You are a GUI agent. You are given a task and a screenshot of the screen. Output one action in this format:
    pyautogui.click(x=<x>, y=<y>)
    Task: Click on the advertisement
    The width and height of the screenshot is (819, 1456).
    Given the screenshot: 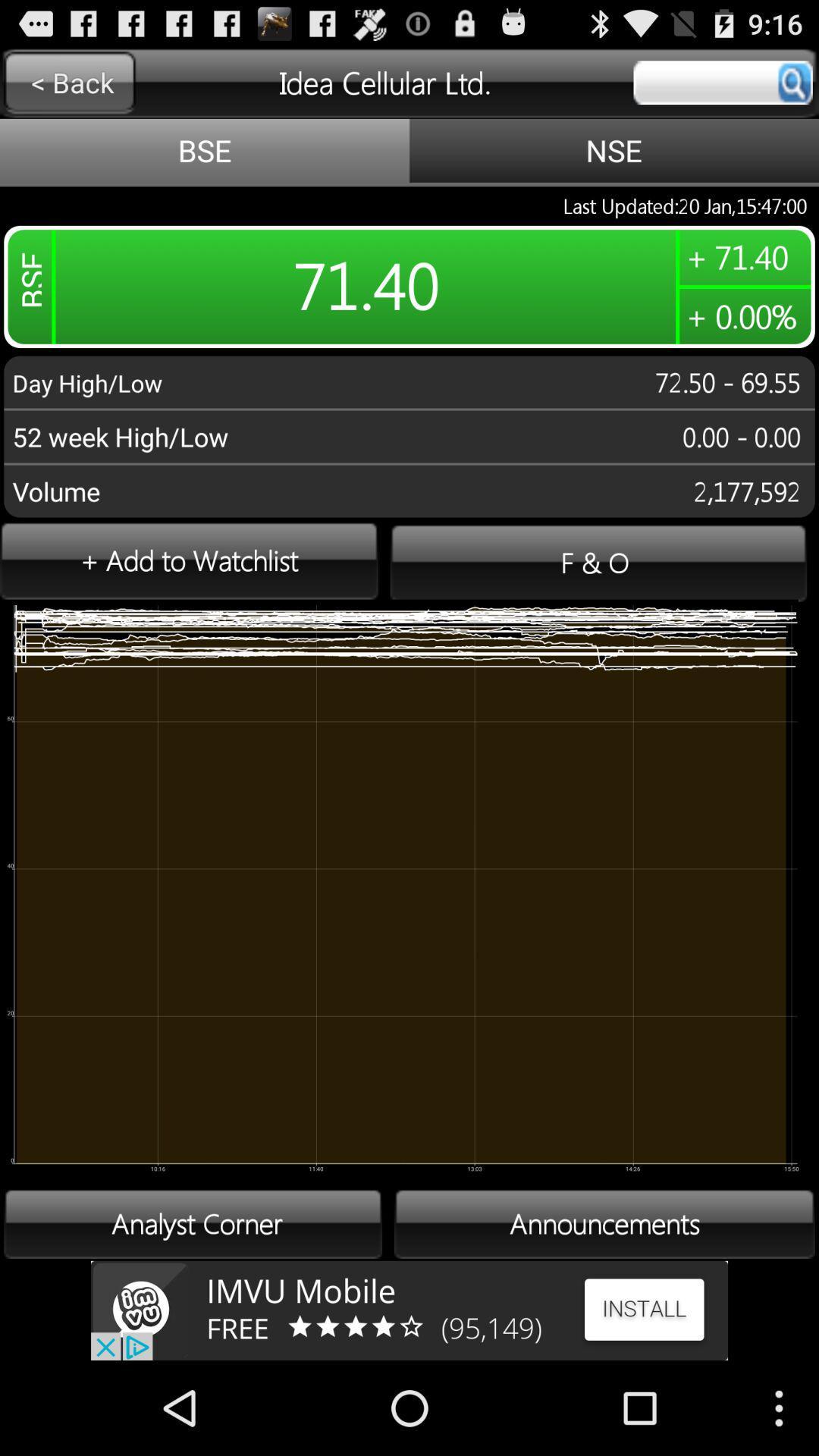 What is the action you would take?
    pyautogui.click(x=409, y=1310)
    